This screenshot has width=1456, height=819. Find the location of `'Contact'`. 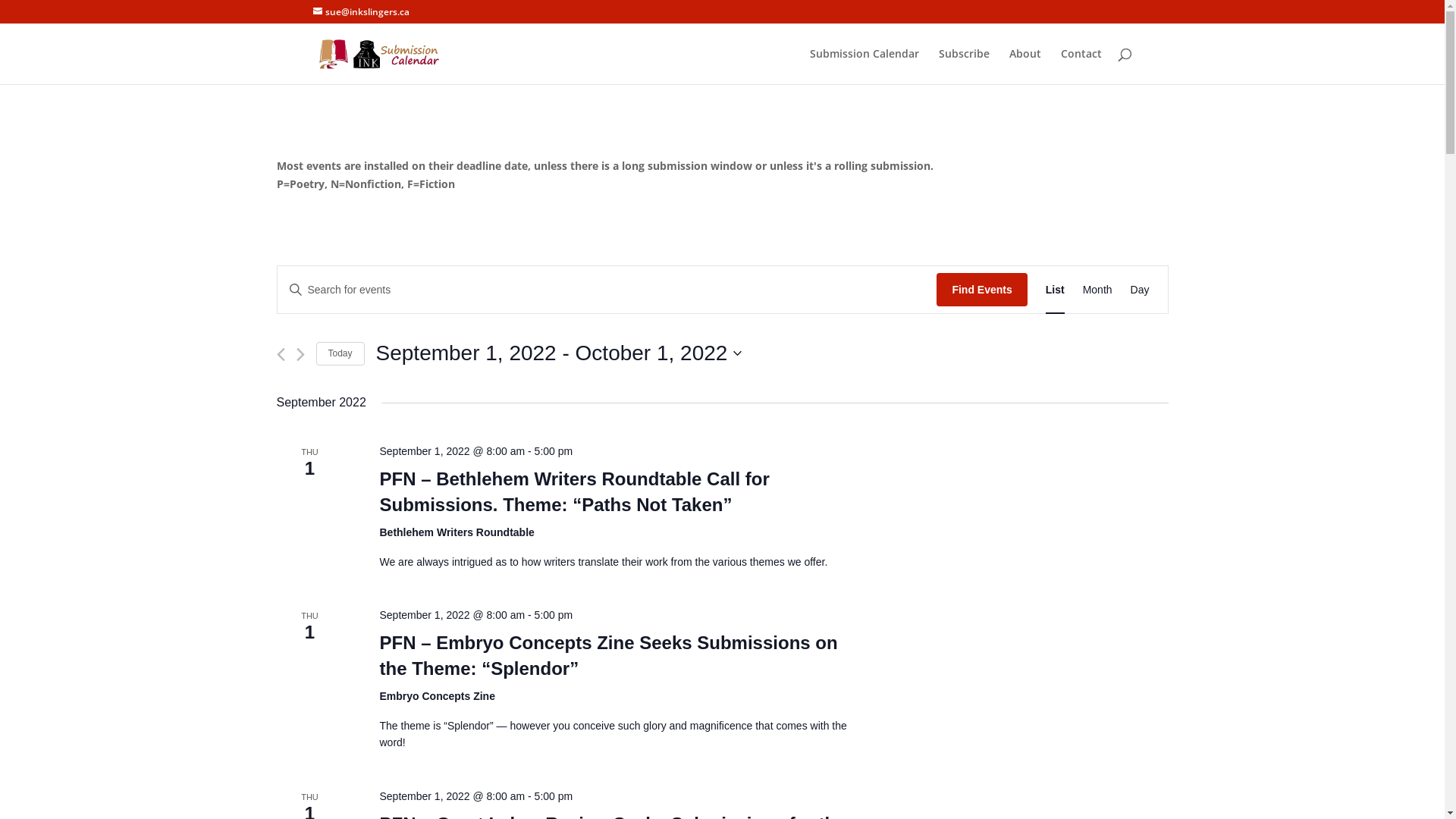

'Contact' is located at coordinates (1080, 65).